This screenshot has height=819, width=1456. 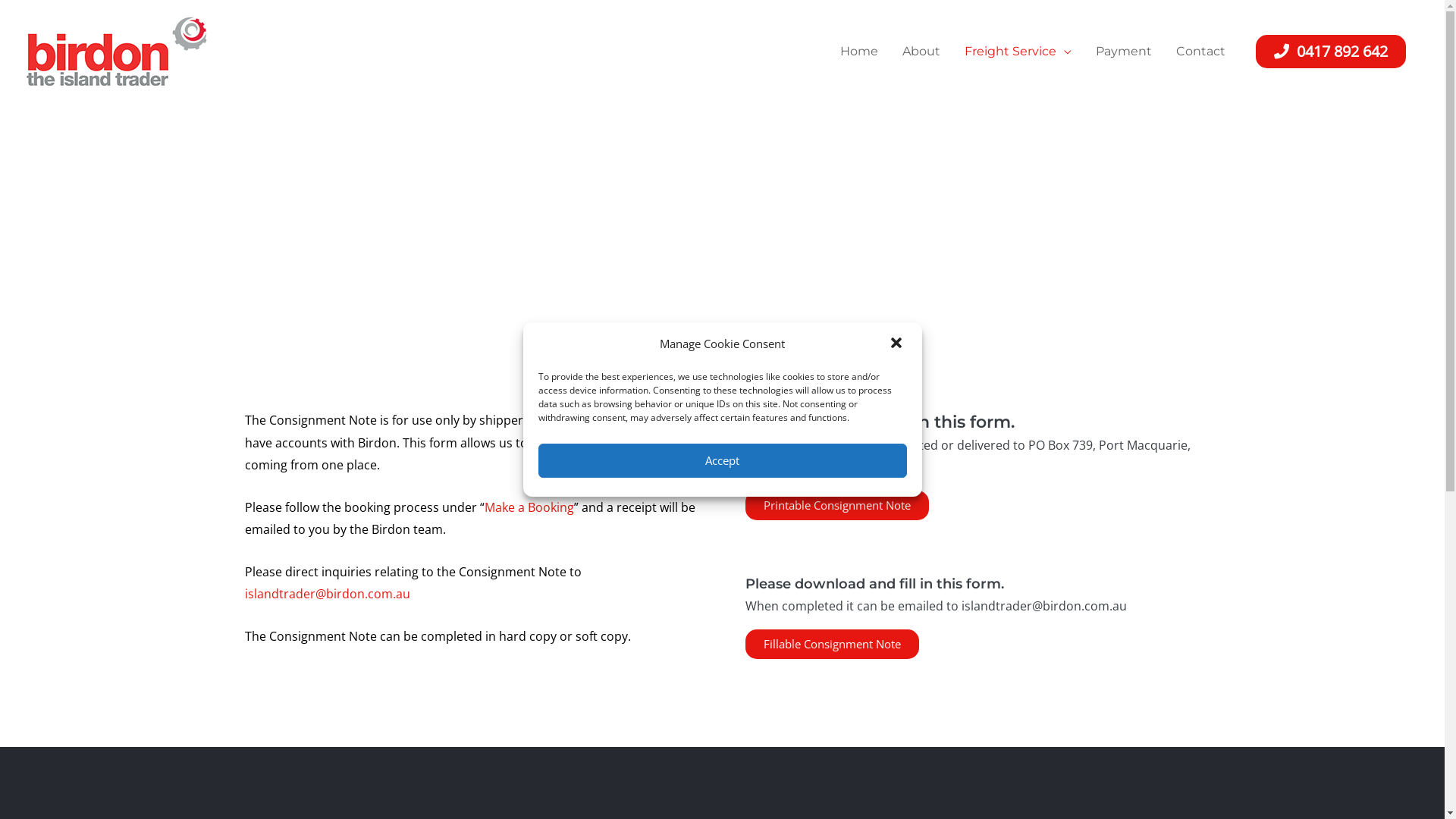 What do you see at coordinates (952, 51) in the screenshot?
I see `'Freight Service'` at bounding box center [952, 51].